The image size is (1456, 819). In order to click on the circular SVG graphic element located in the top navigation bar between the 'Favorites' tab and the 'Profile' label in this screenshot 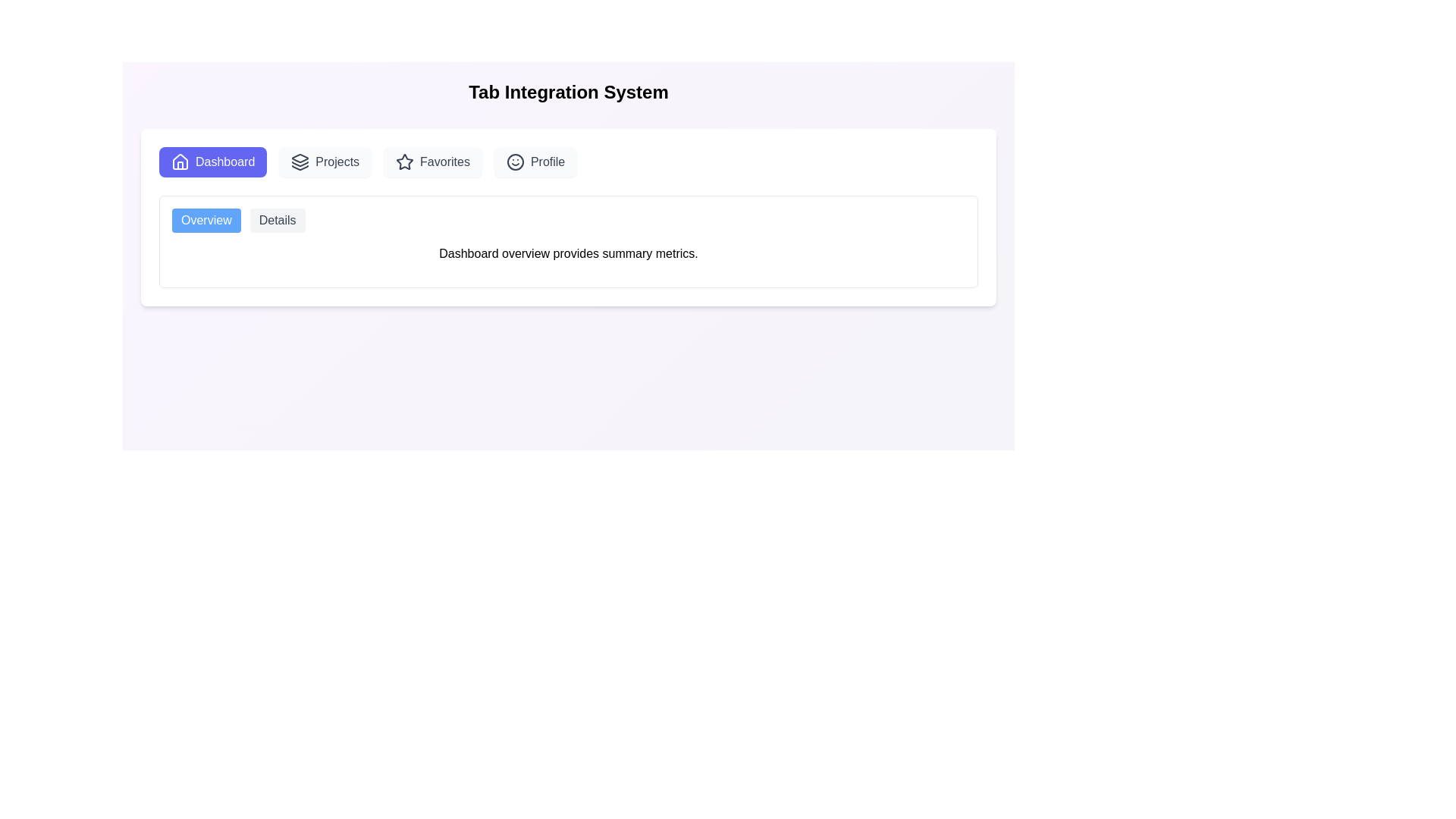, I will do `click(515, 162)`.